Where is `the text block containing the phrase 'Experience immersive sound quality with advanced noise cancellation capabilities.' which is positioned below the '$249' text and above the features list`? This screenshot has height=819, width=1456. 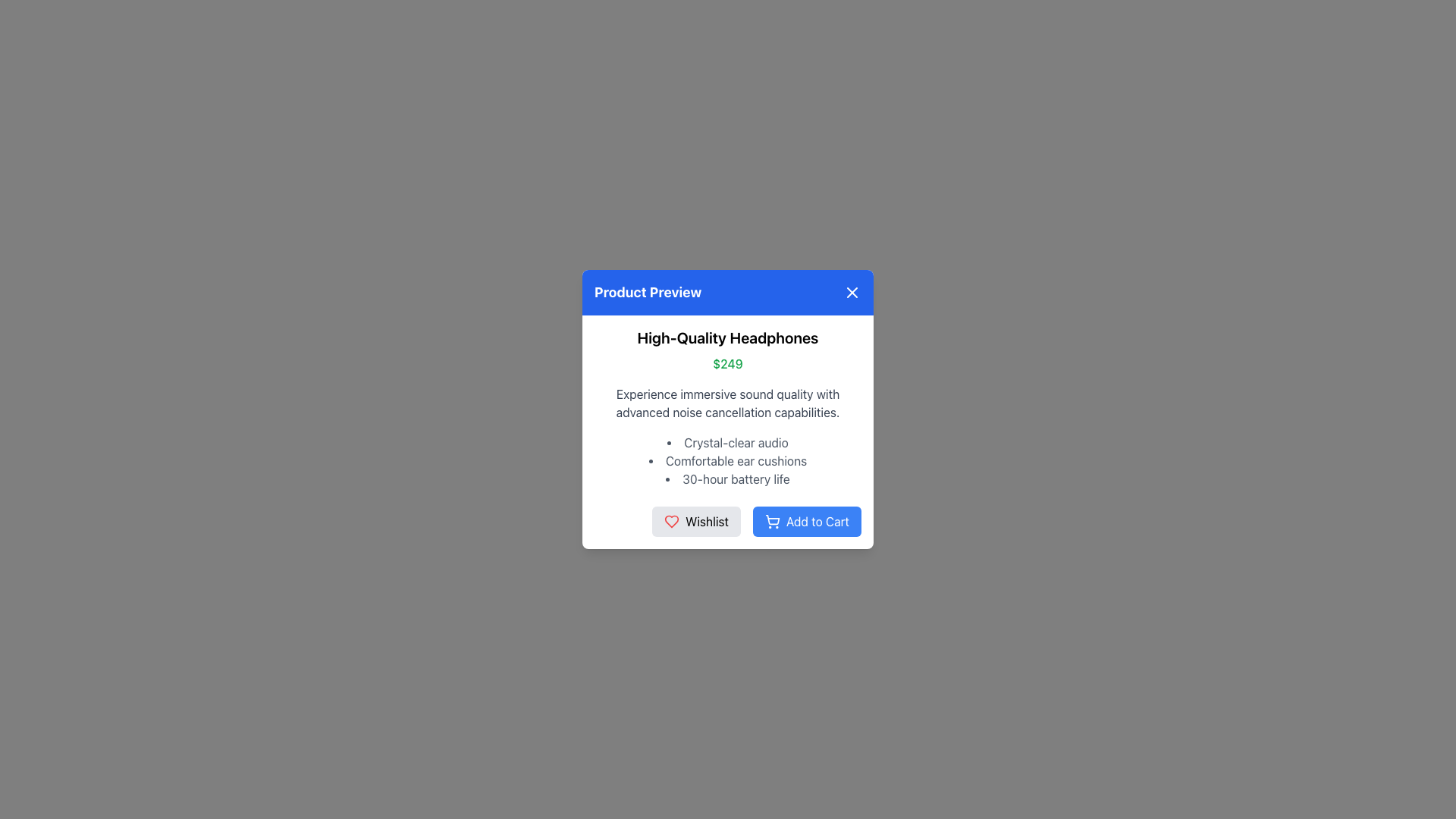 the text block containing the phrase 'Experience immersive sound quality with advanced noise cancellation capabilities.' which is positioned below the '$249' text and above the features list is located at coordinates (728, 403).